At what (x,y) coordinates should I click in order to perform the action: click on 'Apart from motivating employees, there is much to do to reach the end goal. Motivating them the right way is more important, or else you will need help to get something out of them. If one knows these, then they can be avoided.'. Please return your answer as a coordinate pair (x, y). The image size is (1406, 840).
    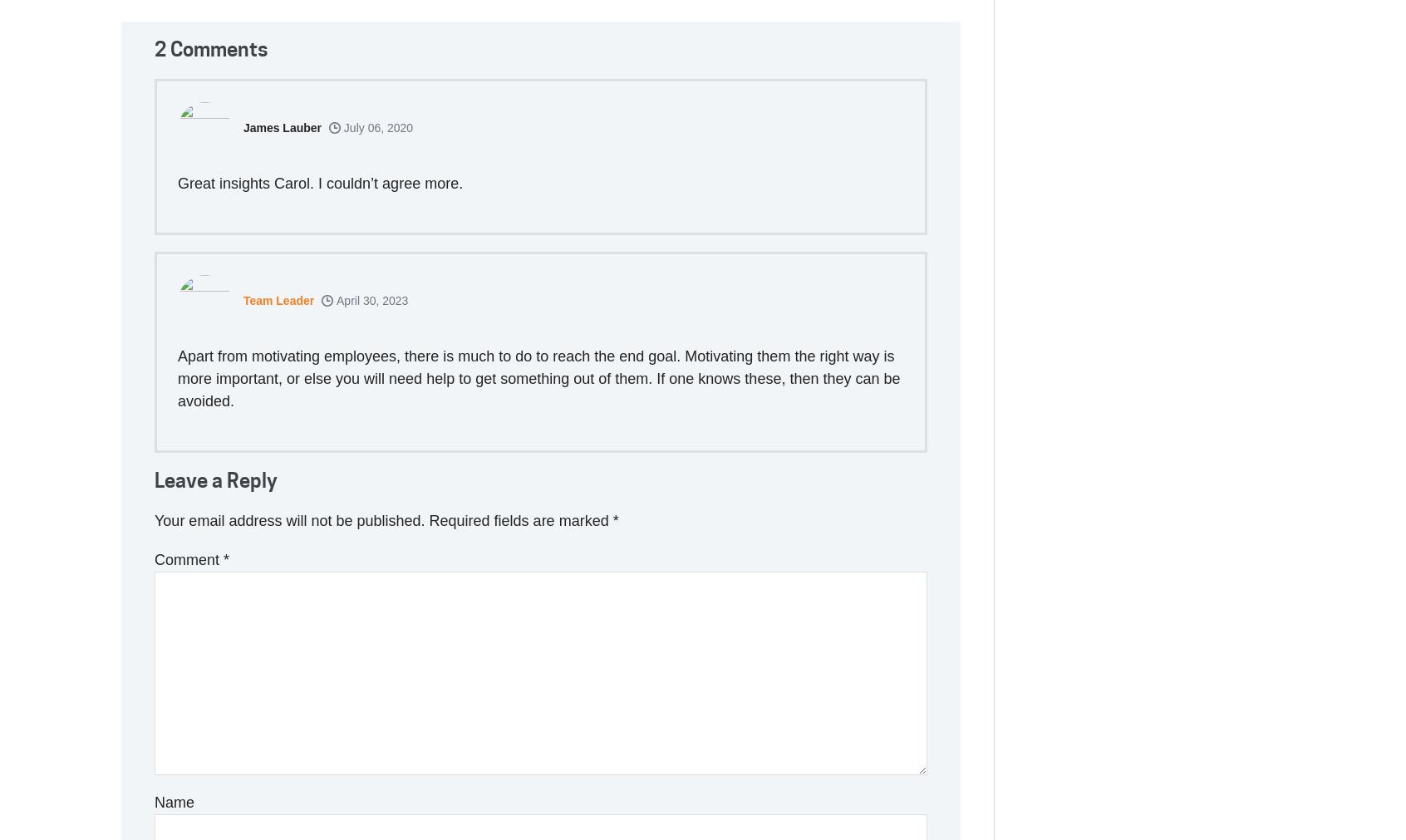
    Looking at the image, I should click on (538, 376).